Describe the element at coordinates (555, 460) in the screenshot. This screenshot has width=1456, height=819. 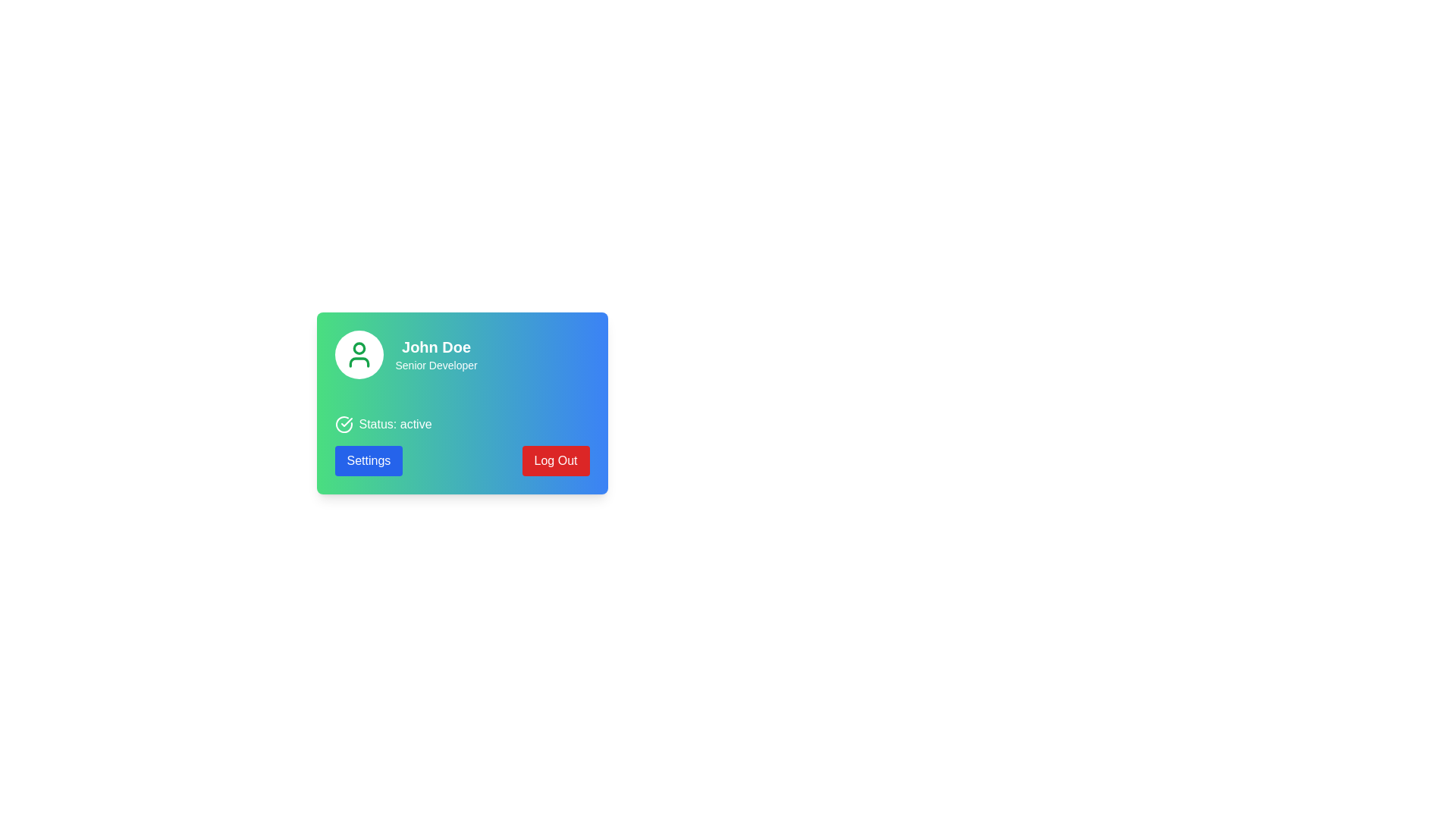
I see `the logout button located at the bottom right of the card-like structure to log out of the system` at that location.